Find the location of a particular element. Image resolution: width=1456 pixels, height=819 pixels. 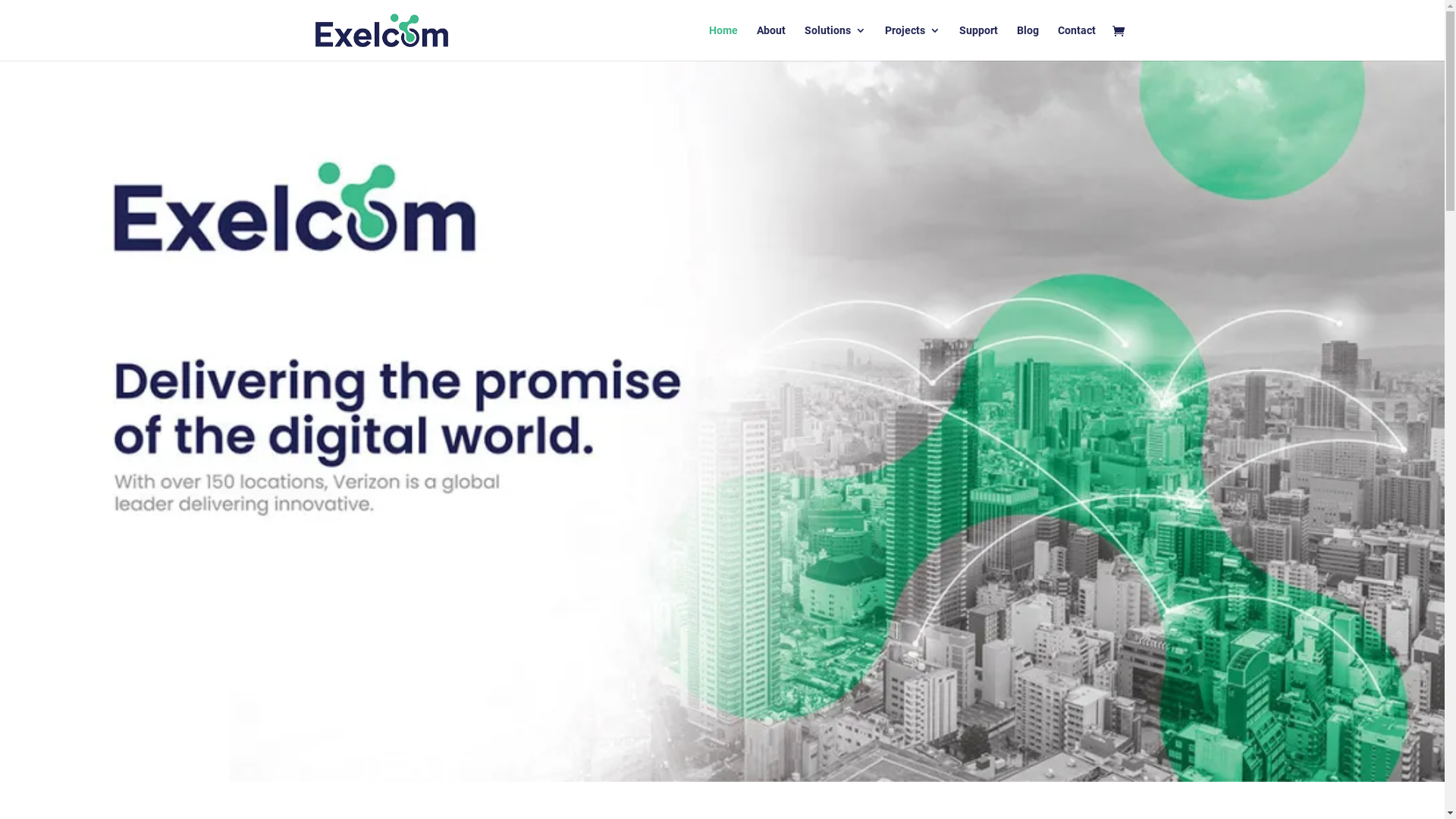

'Support' is located at coordinates (977, 42).